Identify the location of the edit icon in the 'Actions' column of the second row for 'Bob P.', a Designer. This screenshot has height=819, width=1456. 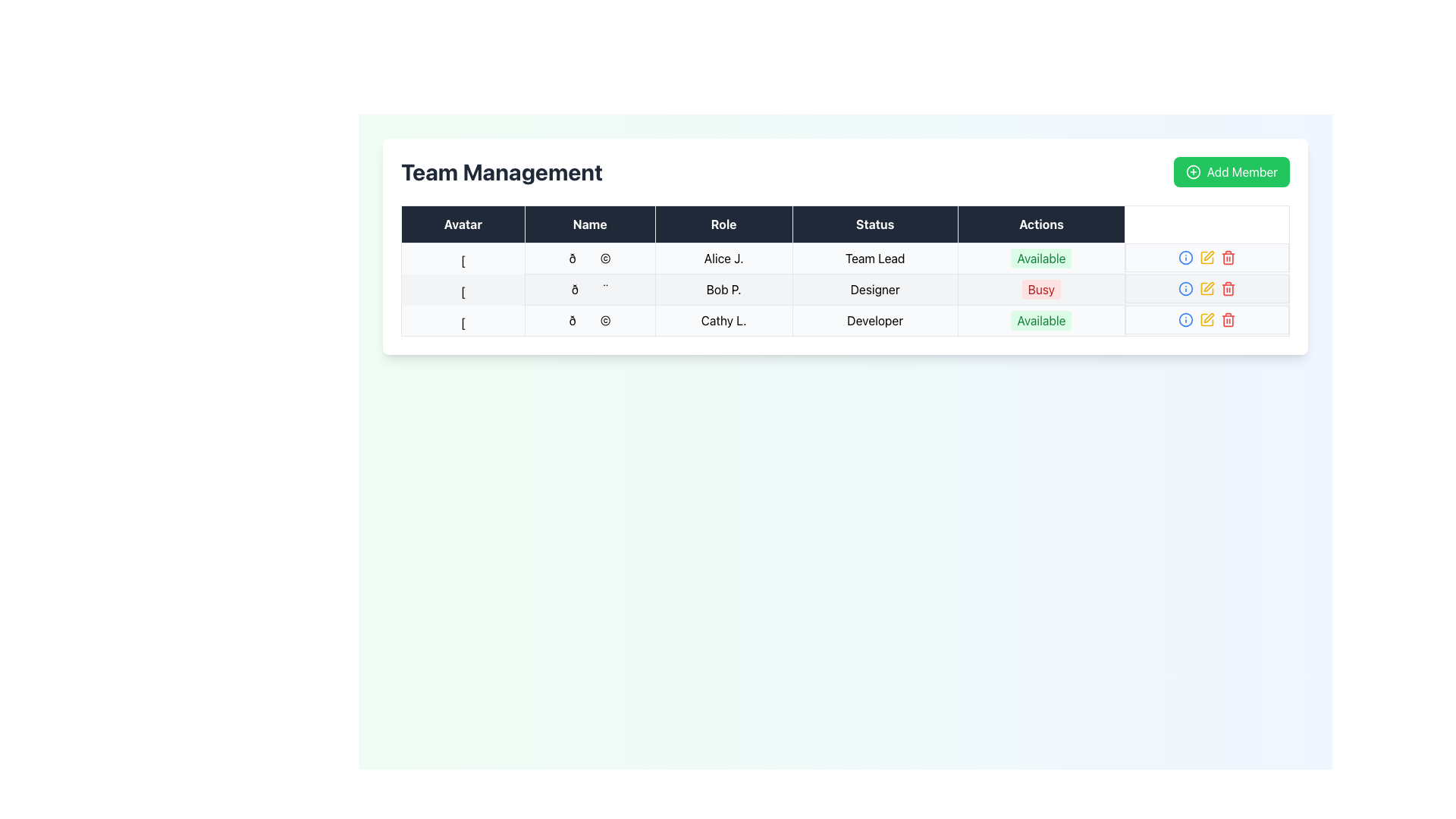
(1208, 317).